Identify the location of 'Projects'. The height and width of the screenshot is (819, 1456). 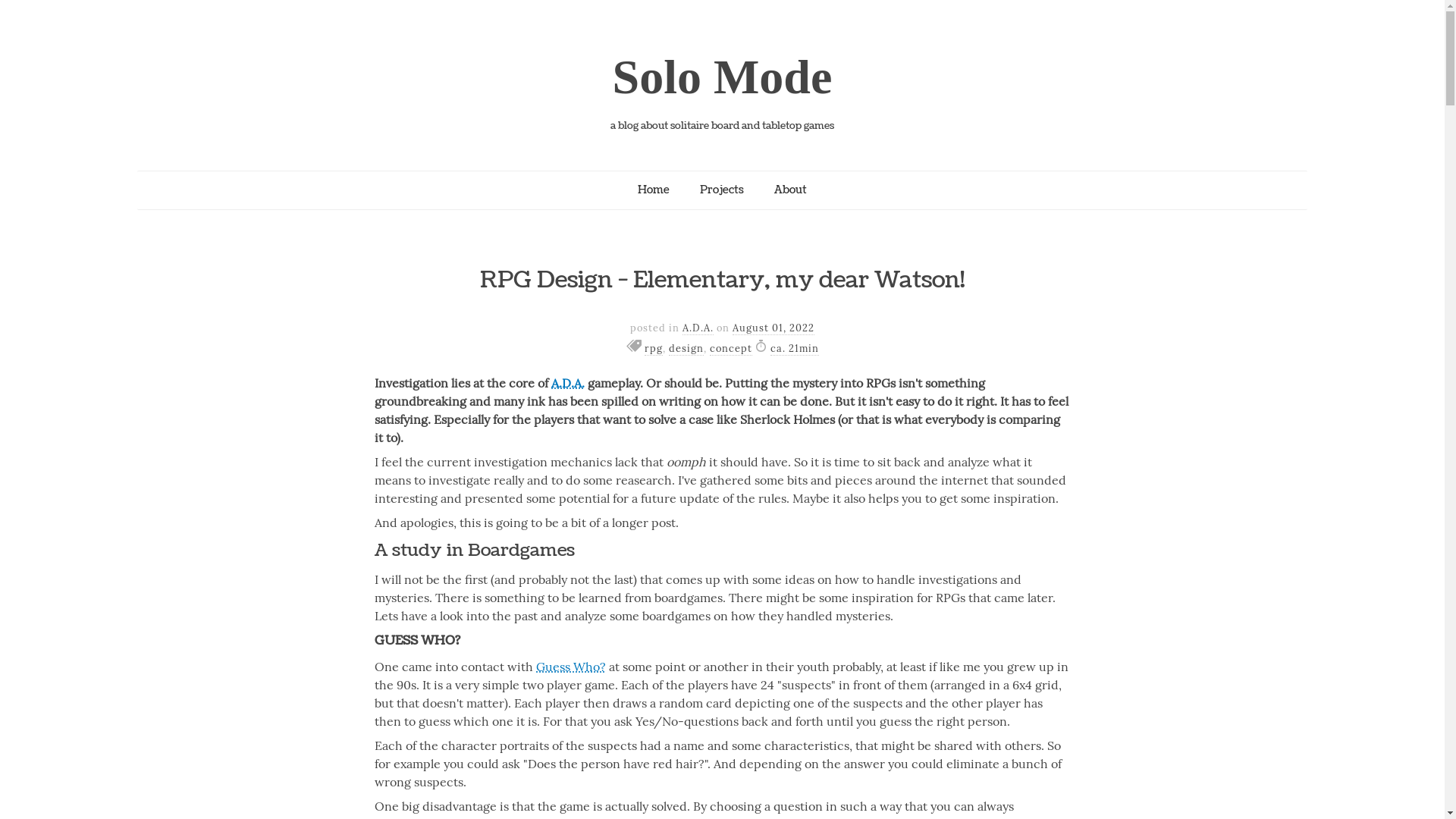
(720, 189).